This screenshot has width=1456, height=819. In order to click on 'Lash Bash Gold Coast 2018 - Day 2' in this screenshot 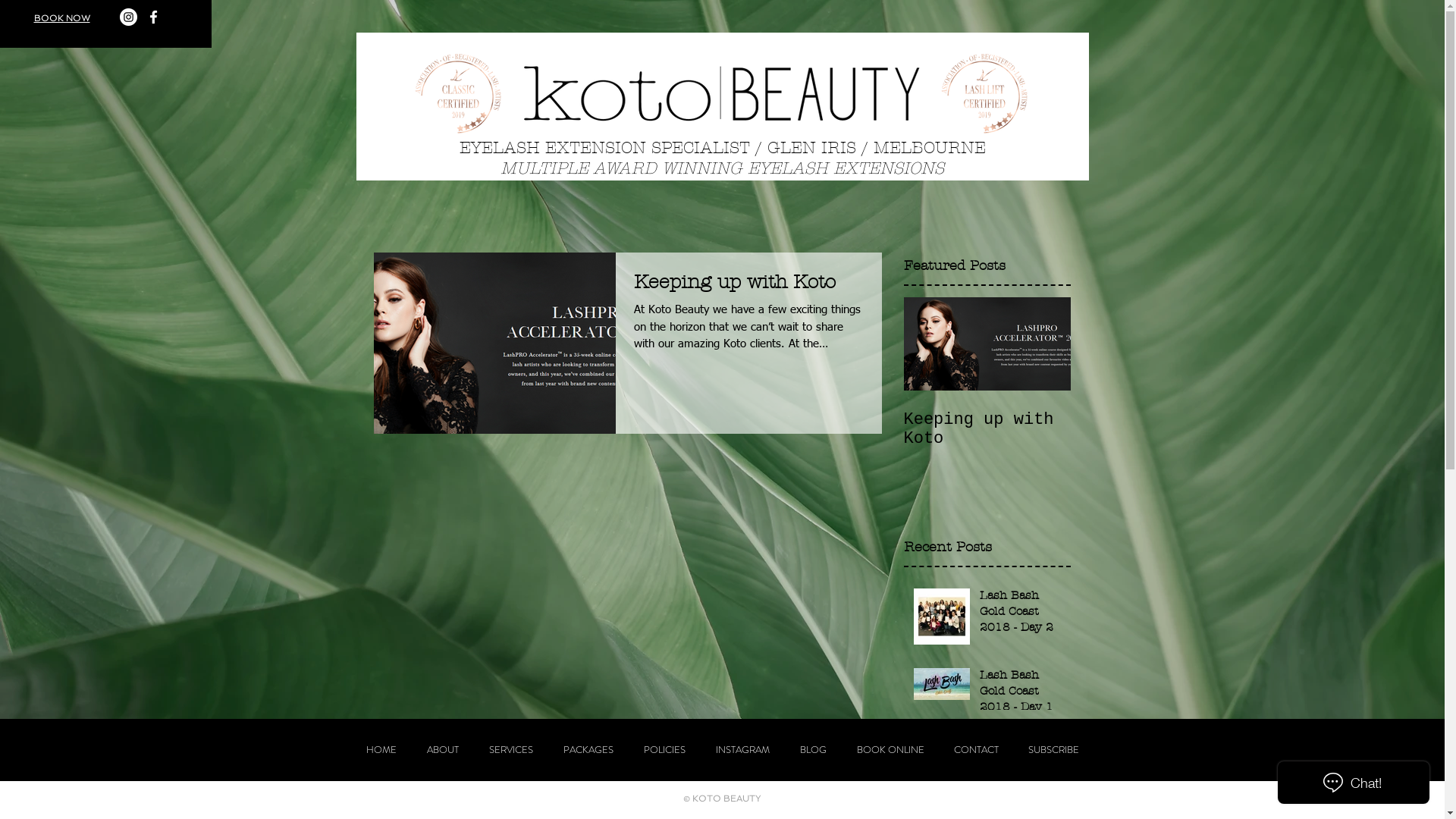, I will do `click(979, 614)`.